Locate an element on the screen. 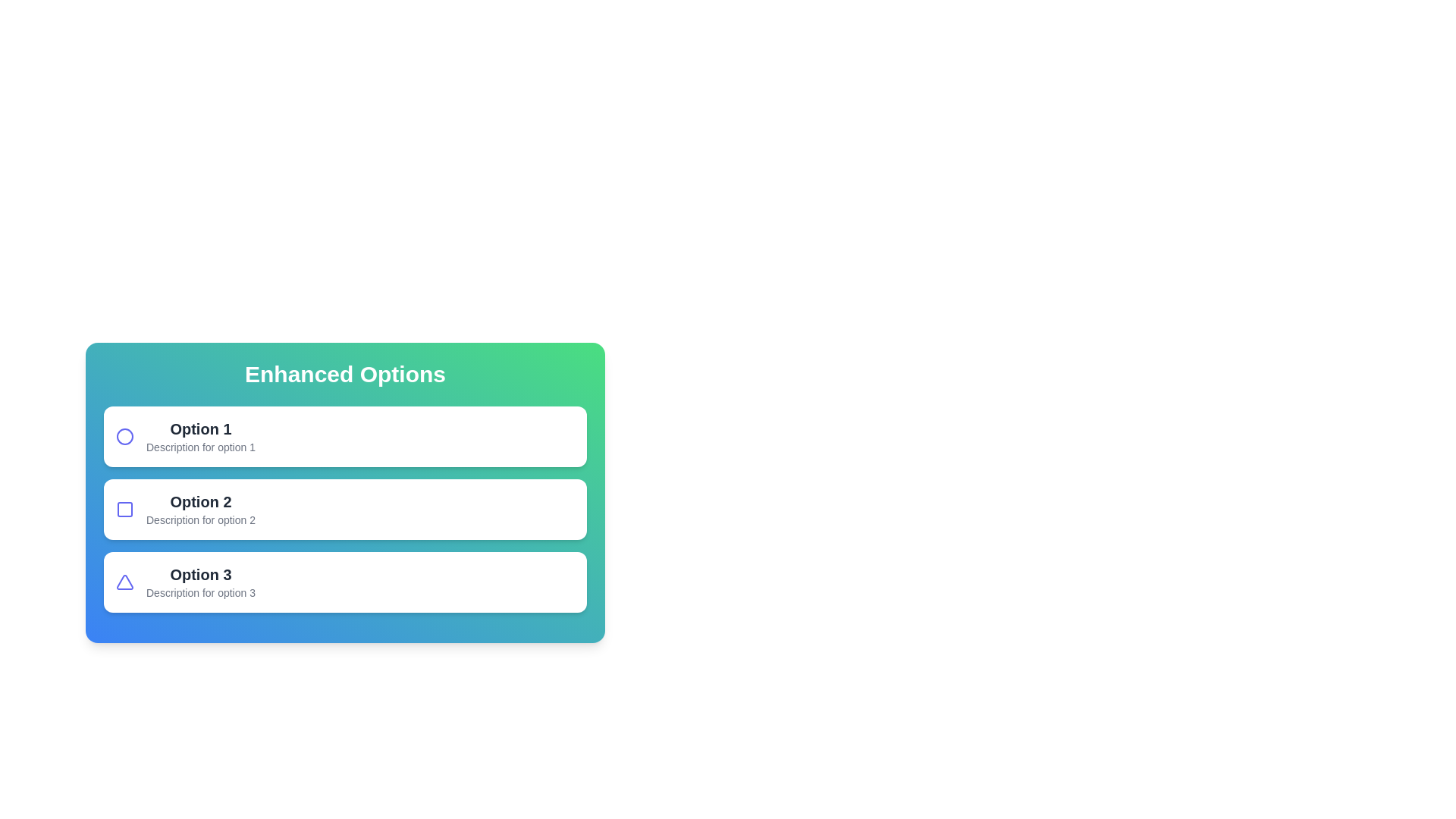  the 'Option 3' text block, which displays the option and its description within a white, rounded rectangular card is located at coordinates (199, 581).